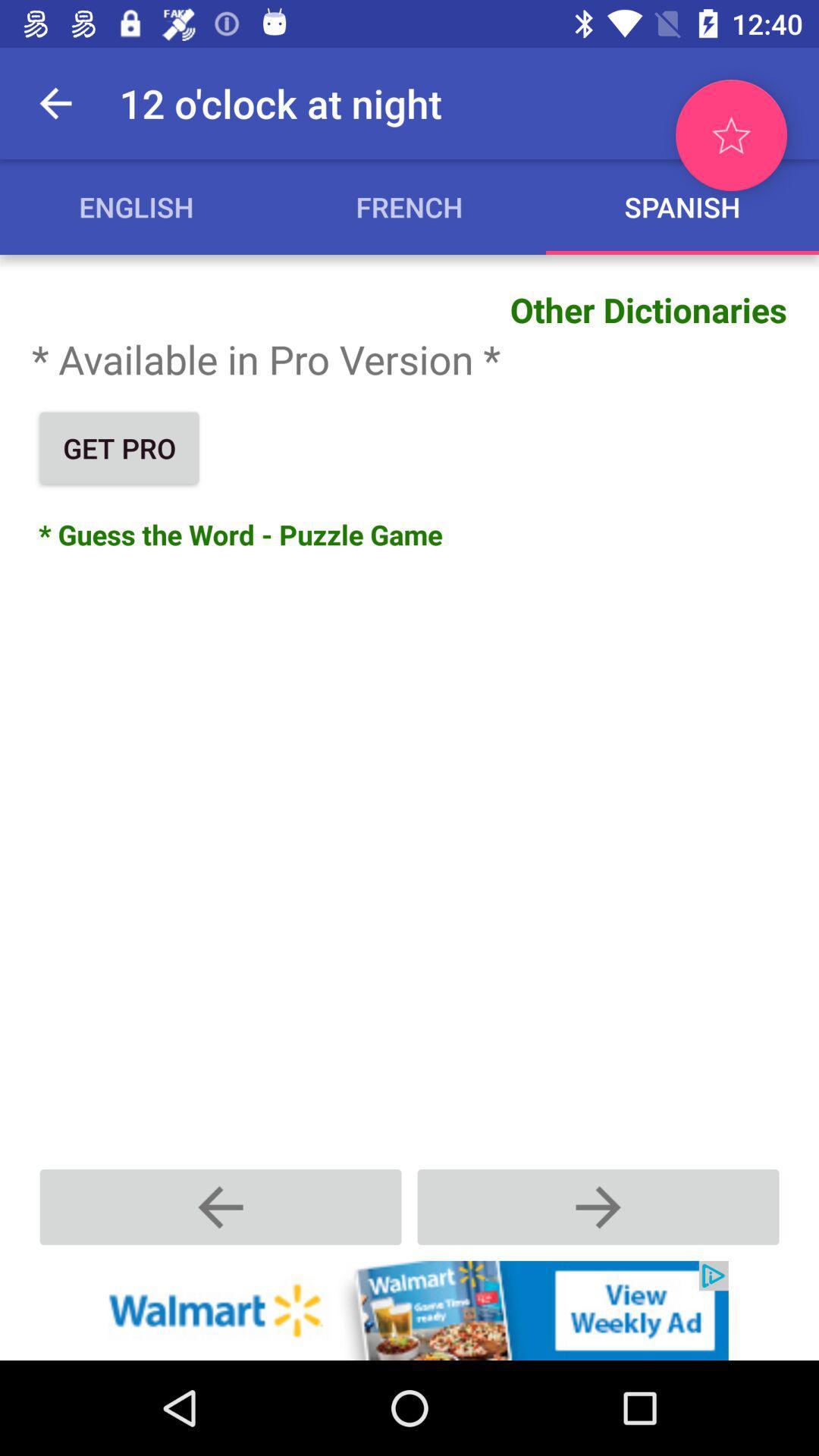 This screenshot has height=1456, width=819. I want to click on to favorite, so click(730, 135).